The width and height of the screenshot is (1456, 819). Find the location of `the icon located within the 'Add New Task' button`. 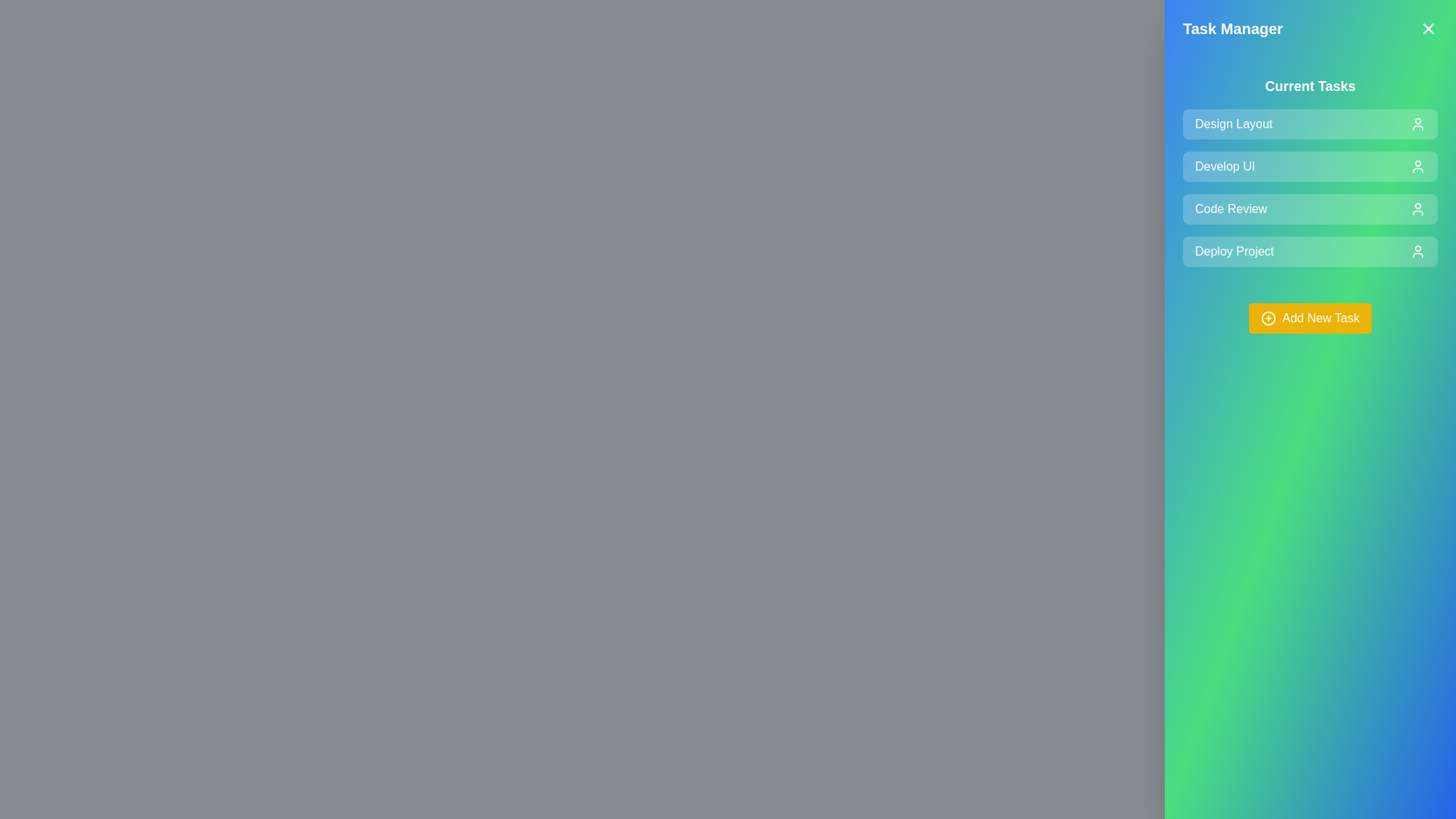

the icon located within the 'Add New Task' button is located at coordinates (1269, 318).